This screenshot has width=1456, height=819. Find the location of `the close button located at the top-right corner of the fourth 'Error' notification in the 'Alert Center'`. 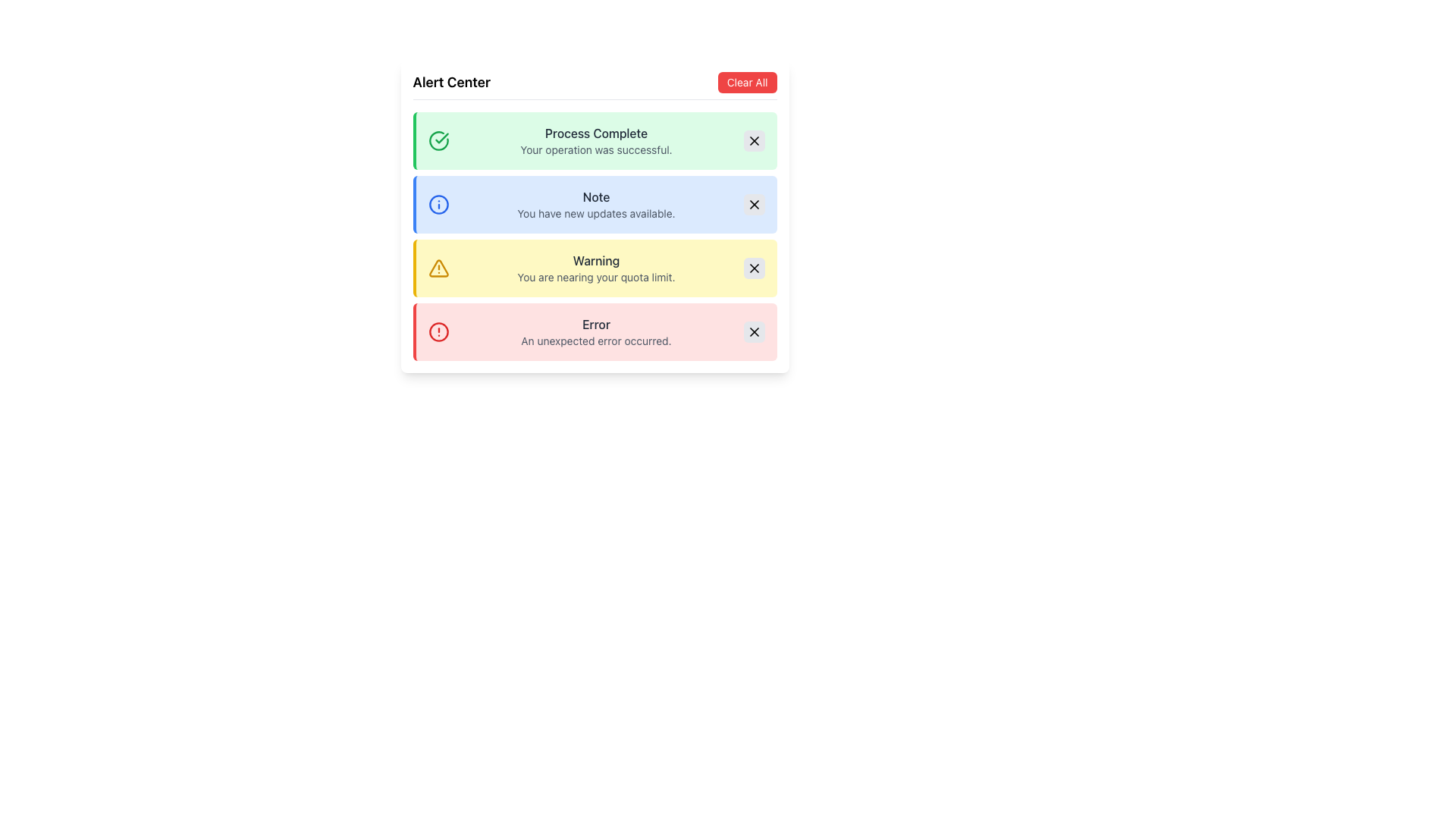

the close button located at the top-right corner of the fourth 'Error' notification in the 'Alert Center' is located at coordinates (754, 331).